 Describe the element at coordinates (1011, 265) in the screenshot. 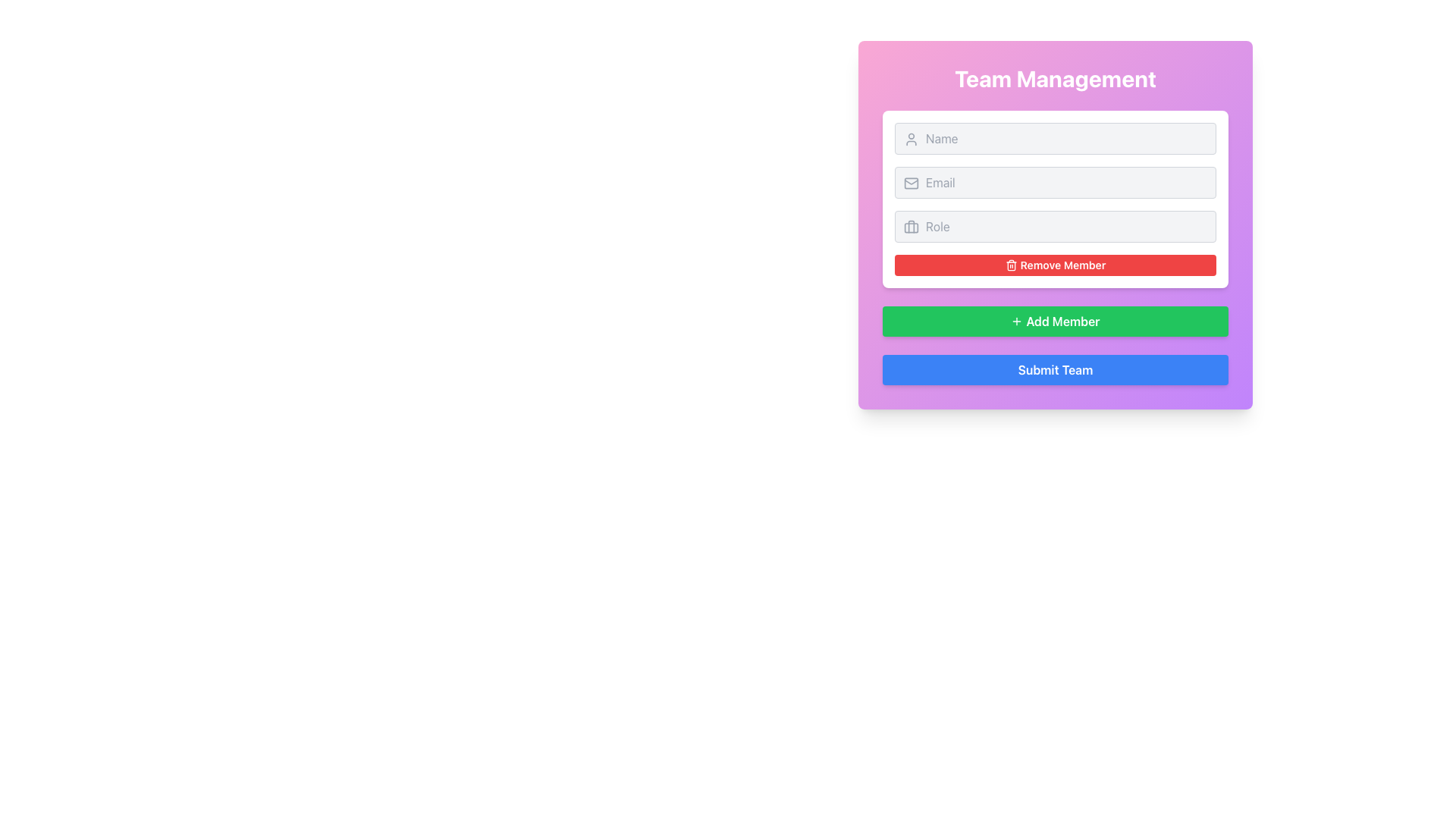

I see `the removal icon located within the 'Remove Member' button` at that location.